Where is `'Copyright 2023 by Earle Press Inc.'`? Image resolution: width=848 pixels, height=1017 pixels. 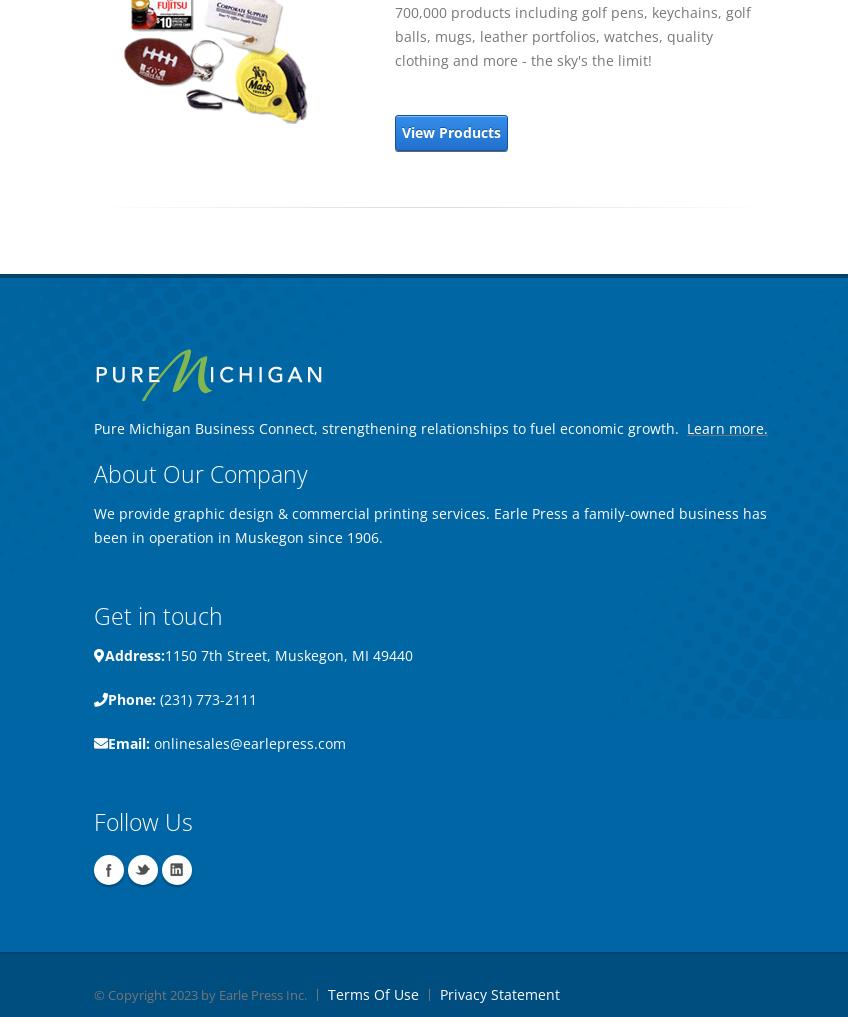 'Copyright 2023 by Earle Press Inc.' is located at coordinates (207, 995).